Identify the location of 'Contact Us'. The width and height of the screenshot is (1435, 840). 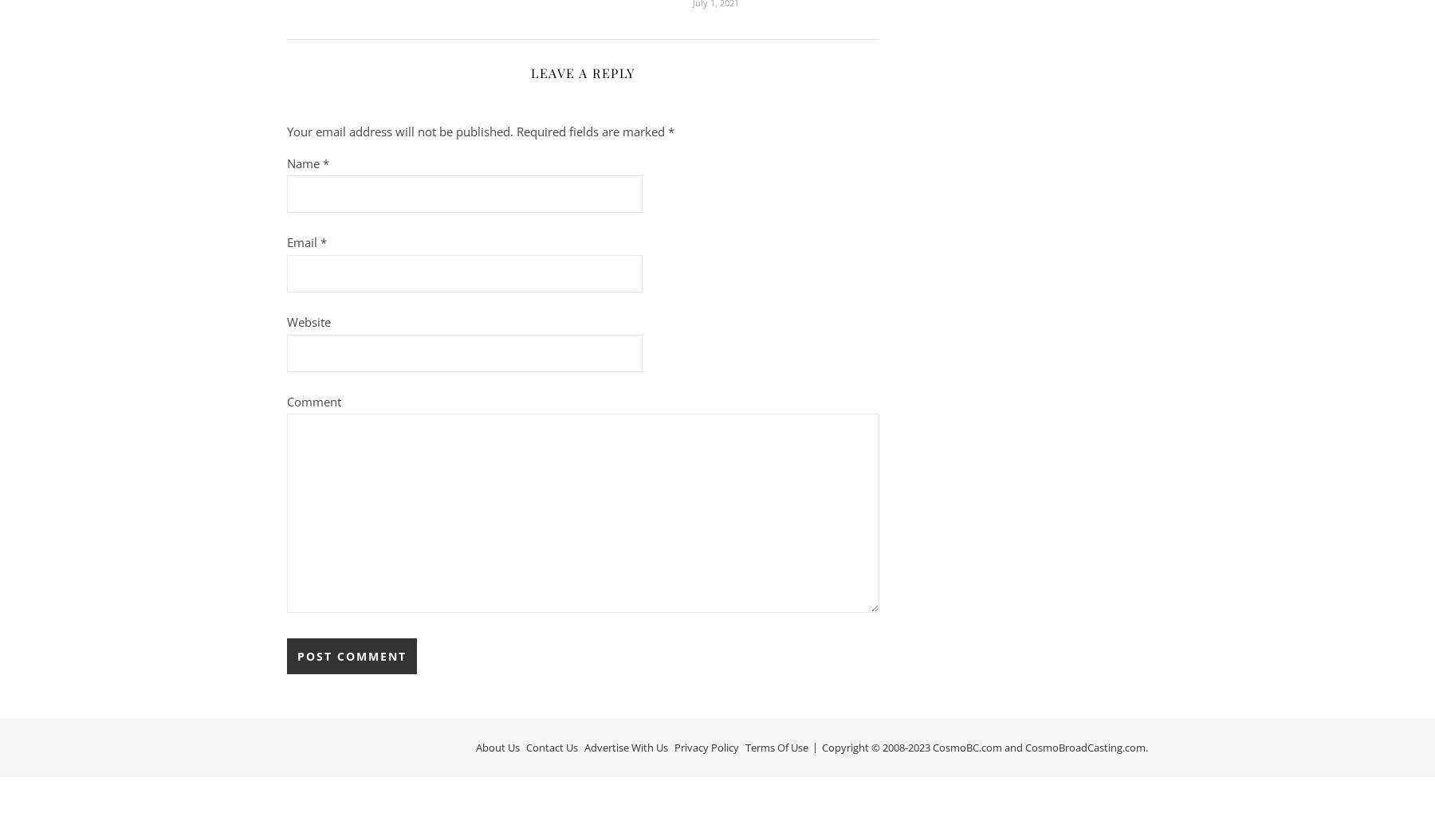
(526, 746).